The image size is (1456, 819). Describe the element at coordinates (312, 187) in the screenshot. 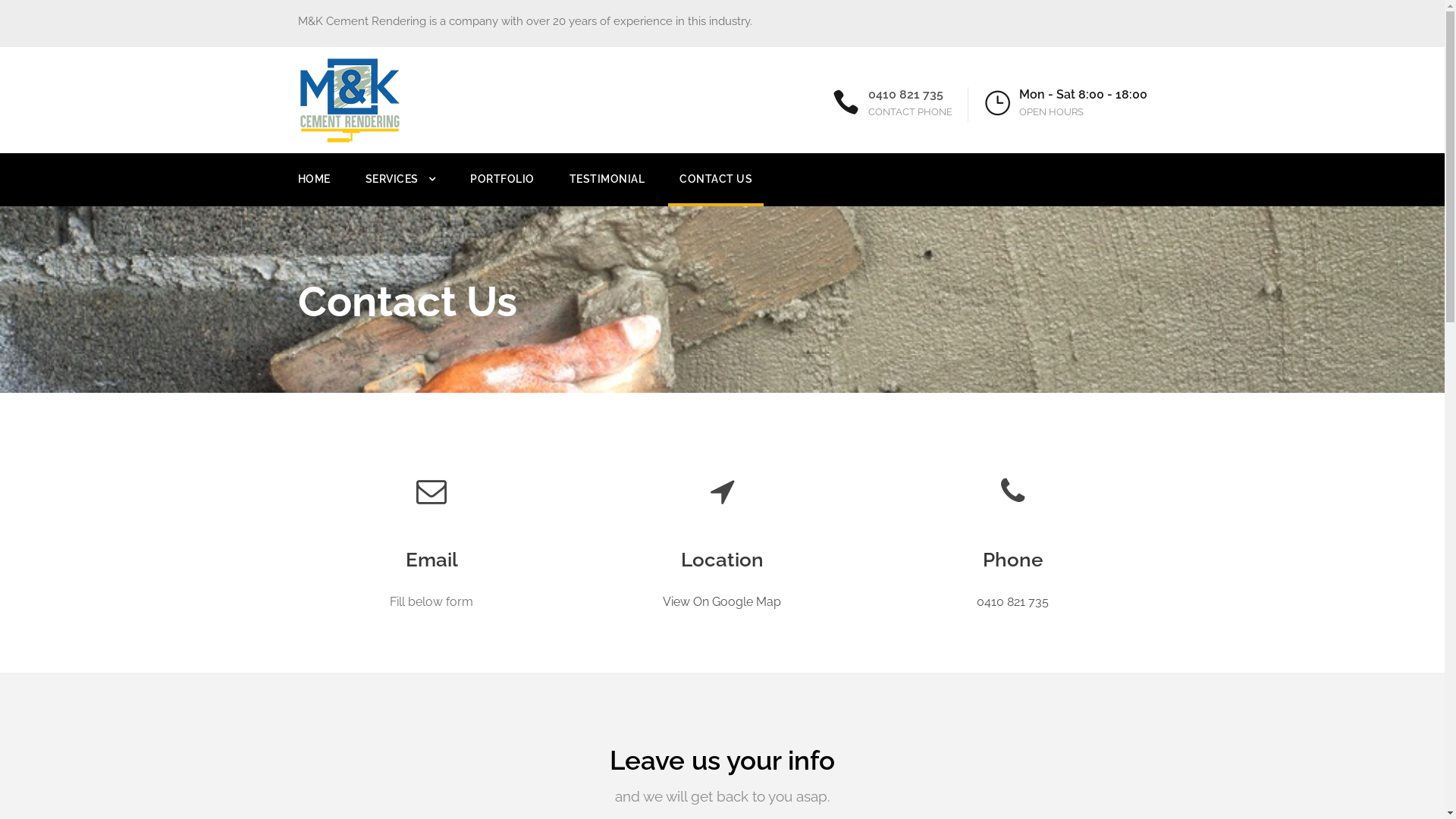

I see `'HOME'` at that location.